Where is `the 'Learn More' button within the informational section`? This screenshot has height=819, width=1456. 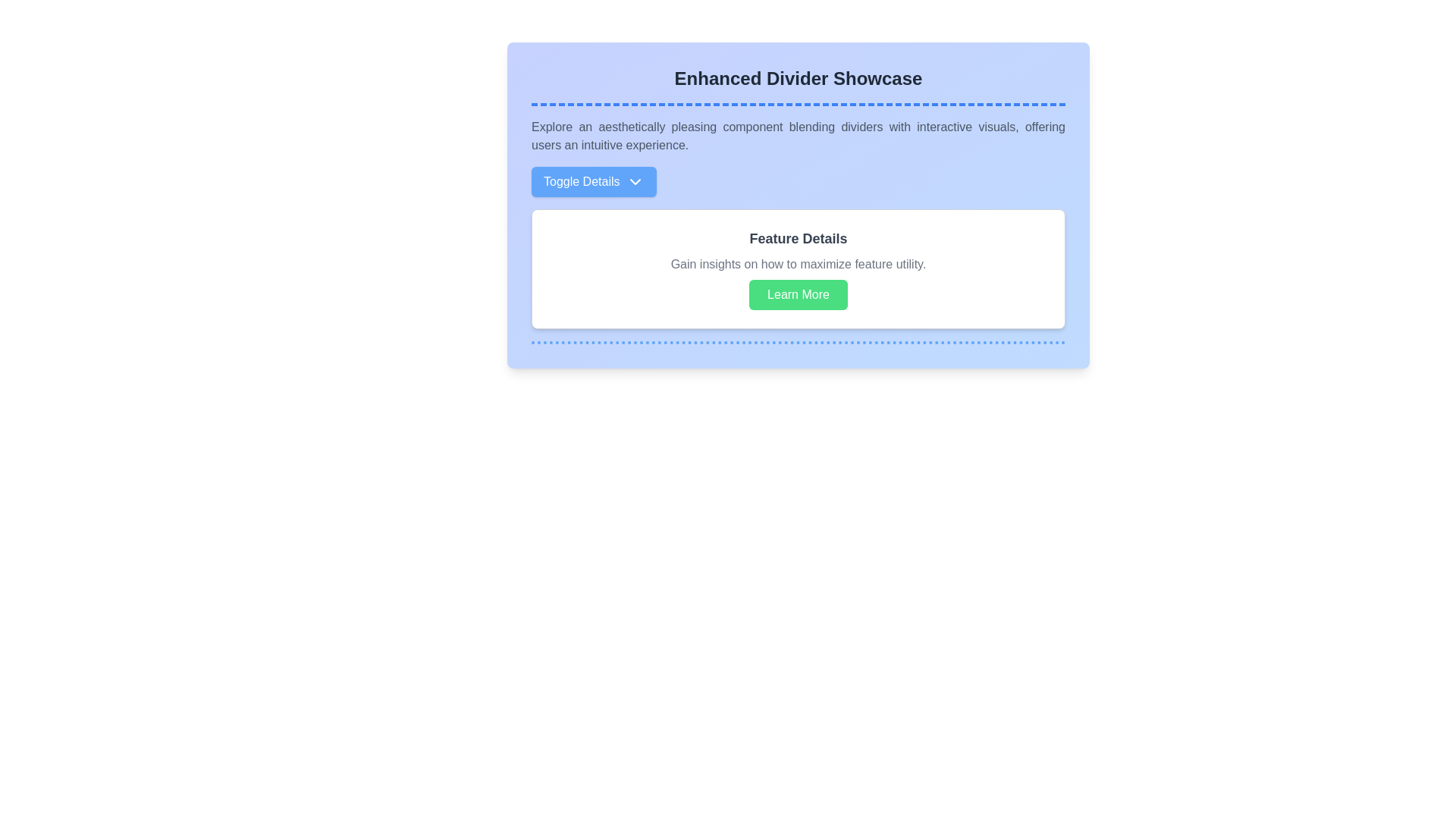
the 'Learn More' button within the informational section is located at coordinates (797, 268).